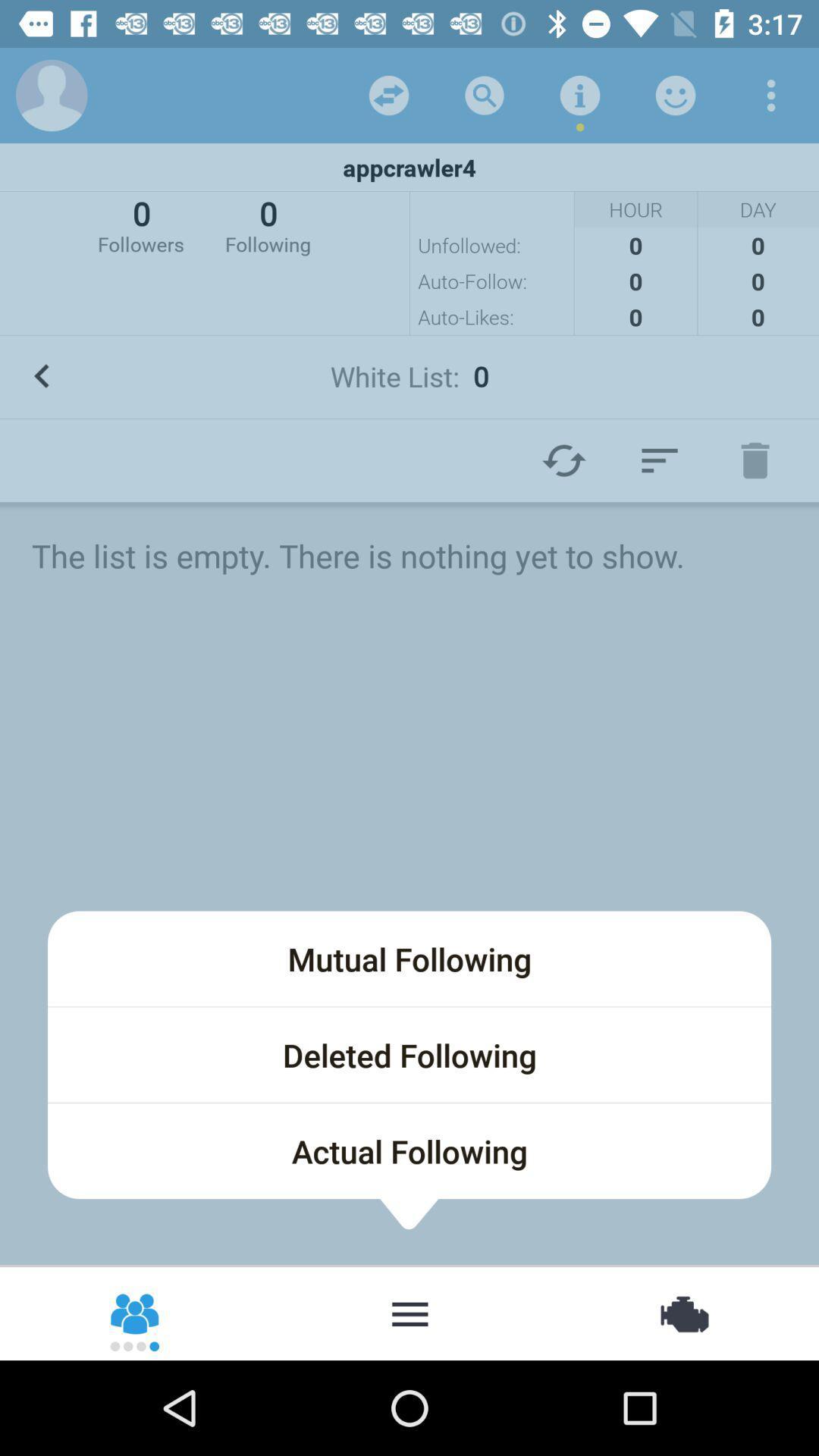 The height and width of the screenshot is (1456, 819). Describe the element at coordinates (755, 460) in the screenshot. I see `the delete icon` at that location.